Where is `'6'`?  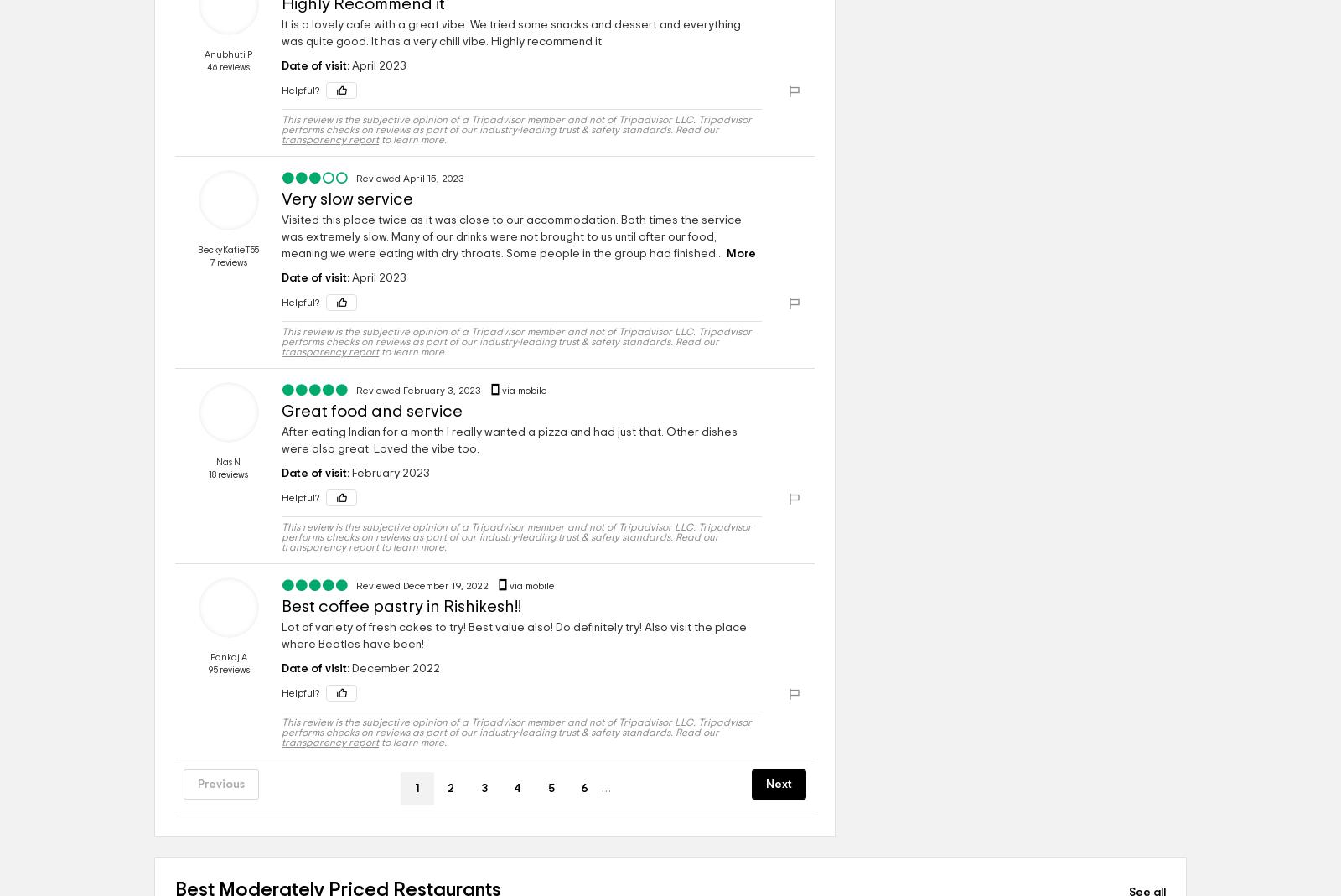 '6' is located at coordinates (580, 788).